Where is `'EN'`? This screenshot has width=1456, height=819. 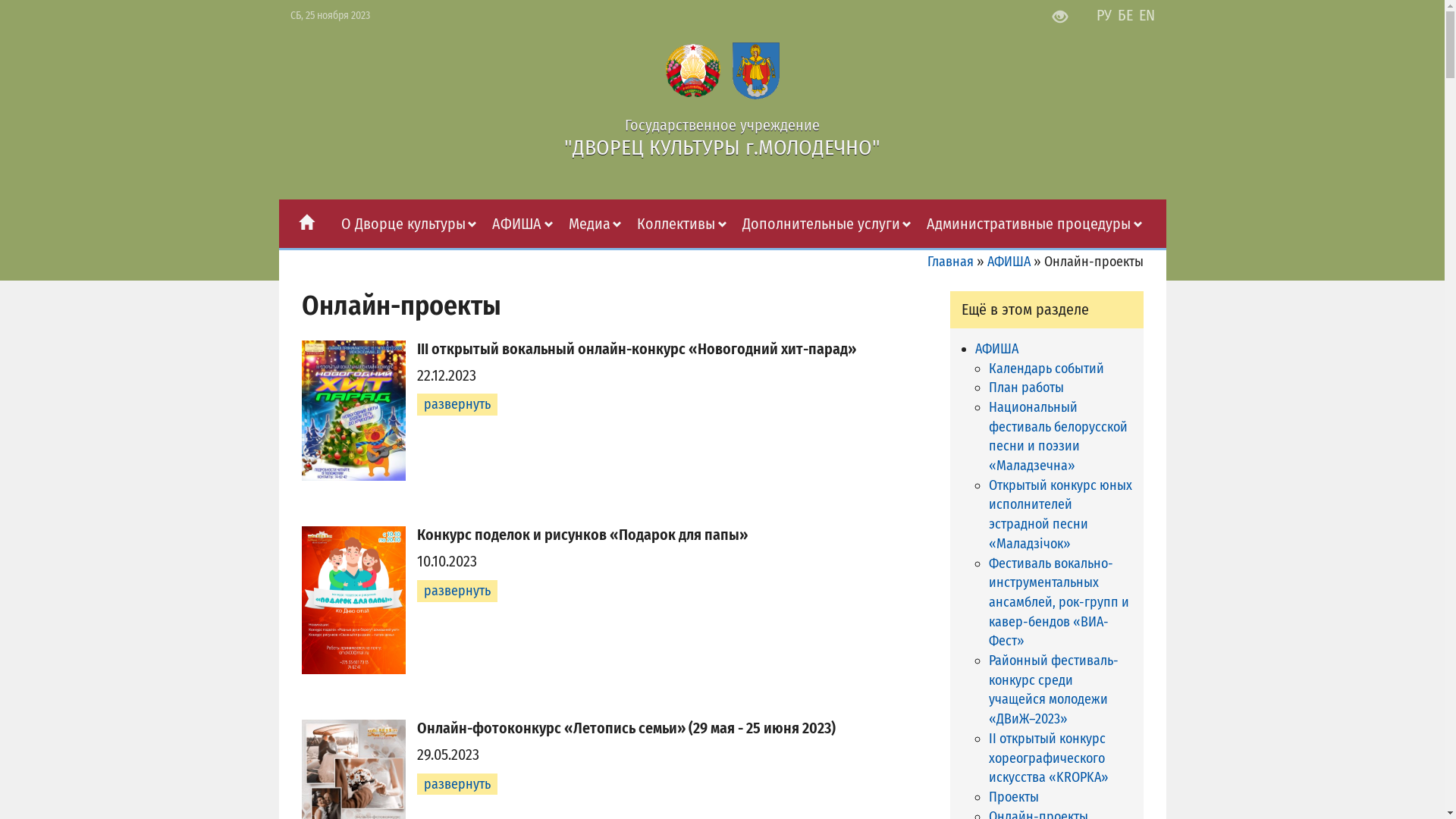
'EN' is located at coordinates (1147, 14).